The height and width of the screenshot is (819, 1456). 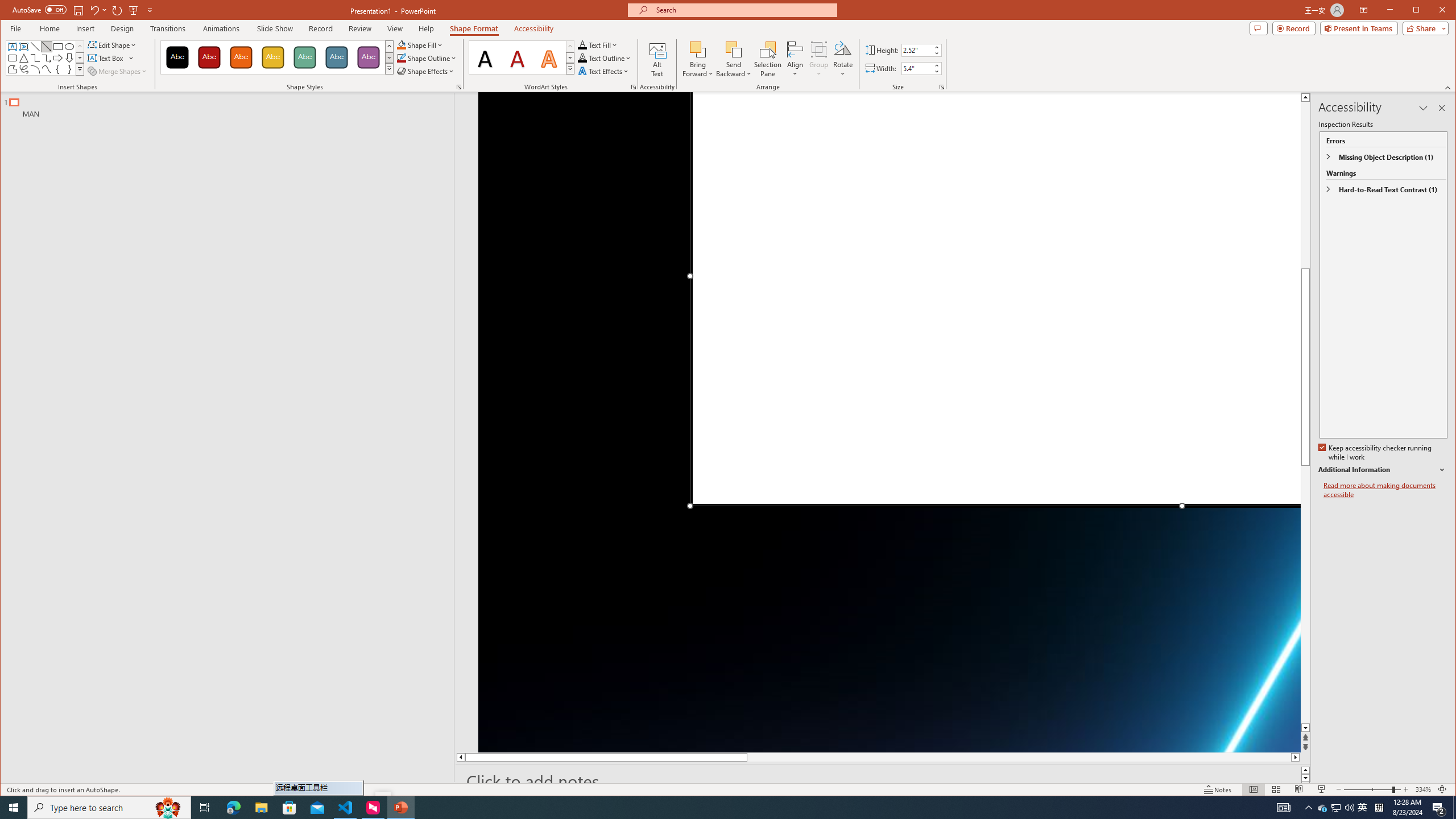 What do you see at coordinates (916, 68) in the screenshot?
I see `'Shape Width'` at bounding box center [916, 68].